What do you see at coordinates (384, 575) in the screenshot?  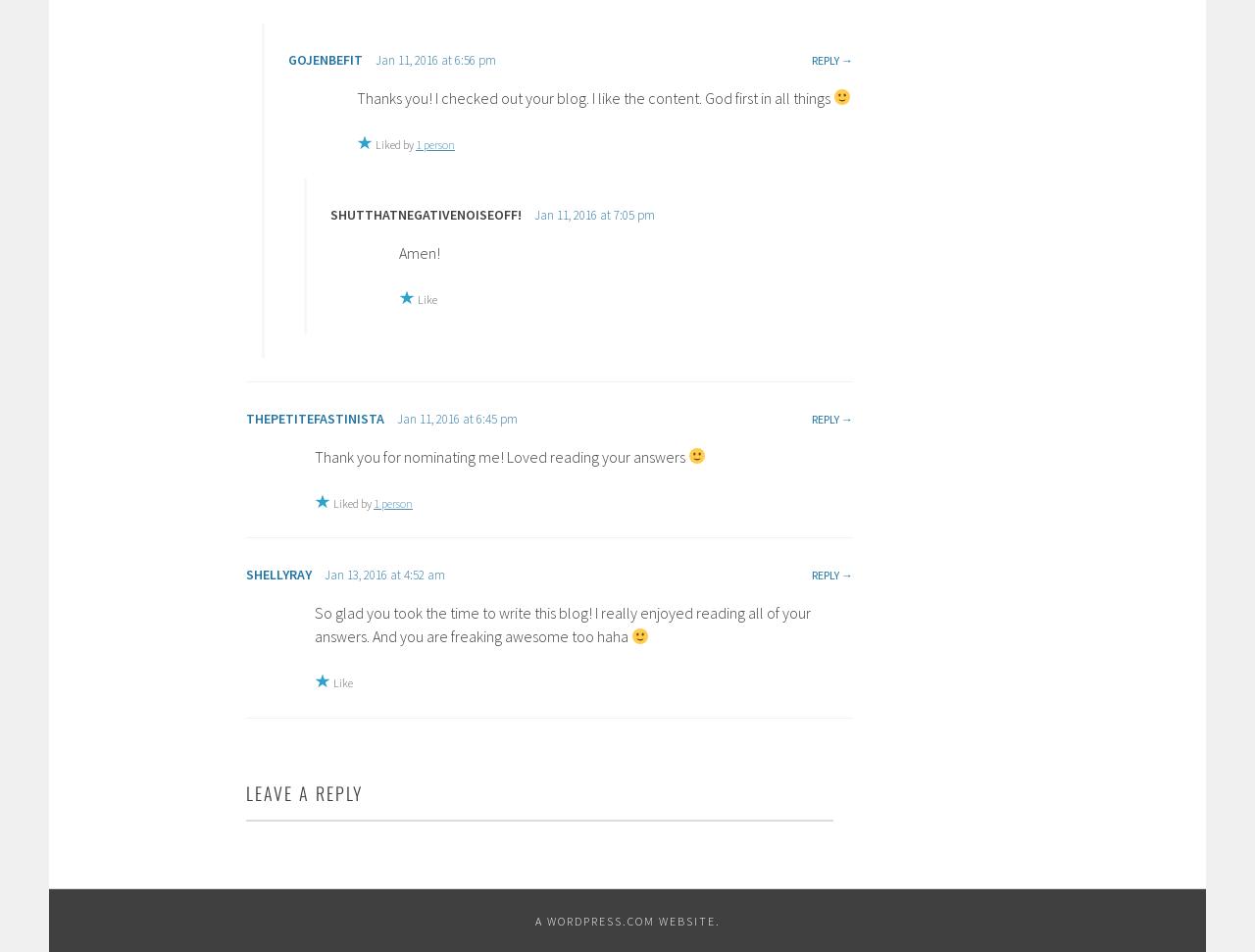 I see `'Jan 13, 2016 at 4:52 am'` at bounding box center [384, 575].